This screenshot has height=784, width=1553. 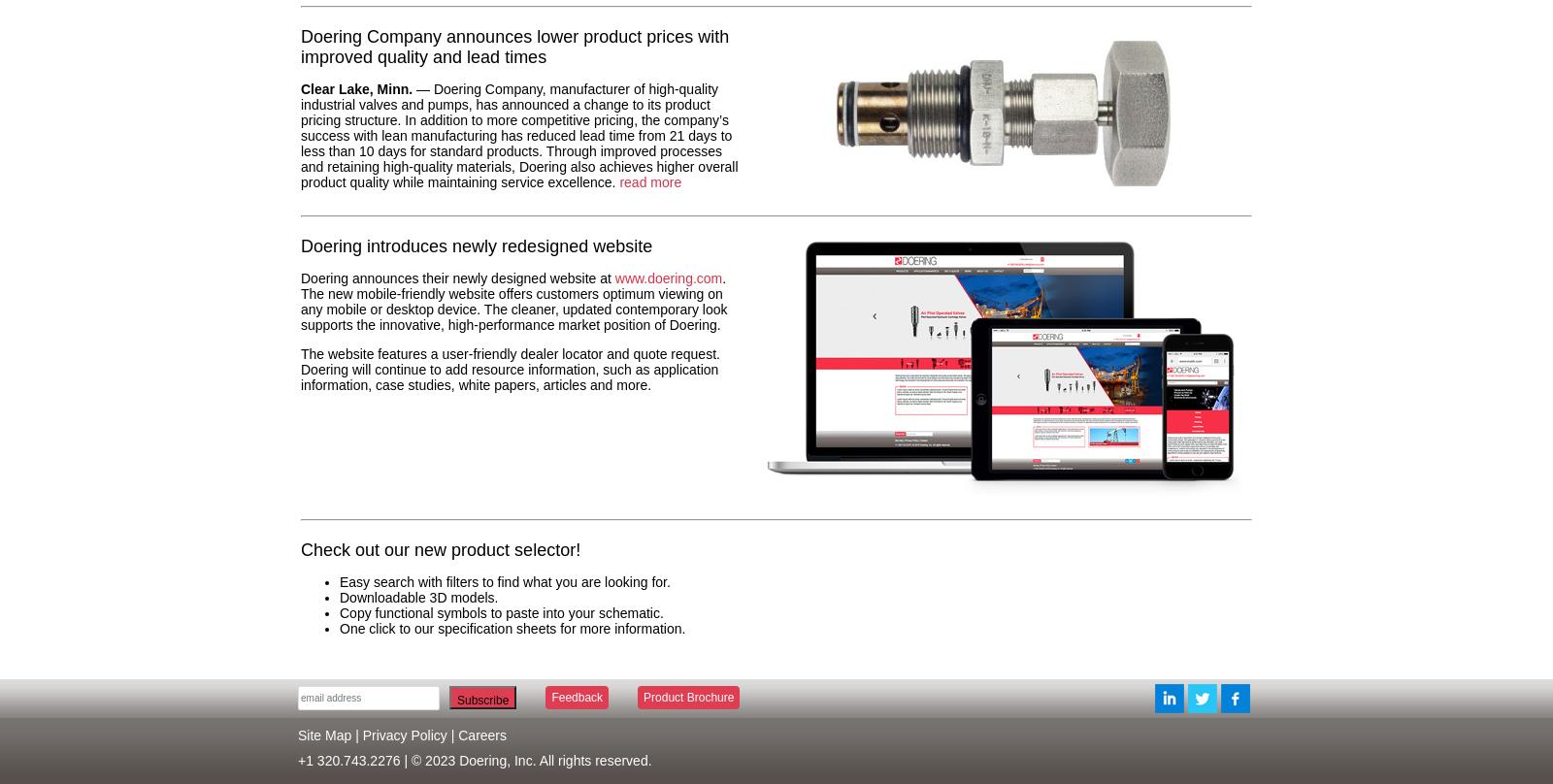 What do you see at coordinates (480, 734) in the screenshot?
I see `'Careers'` at bounding box center [480, 734].